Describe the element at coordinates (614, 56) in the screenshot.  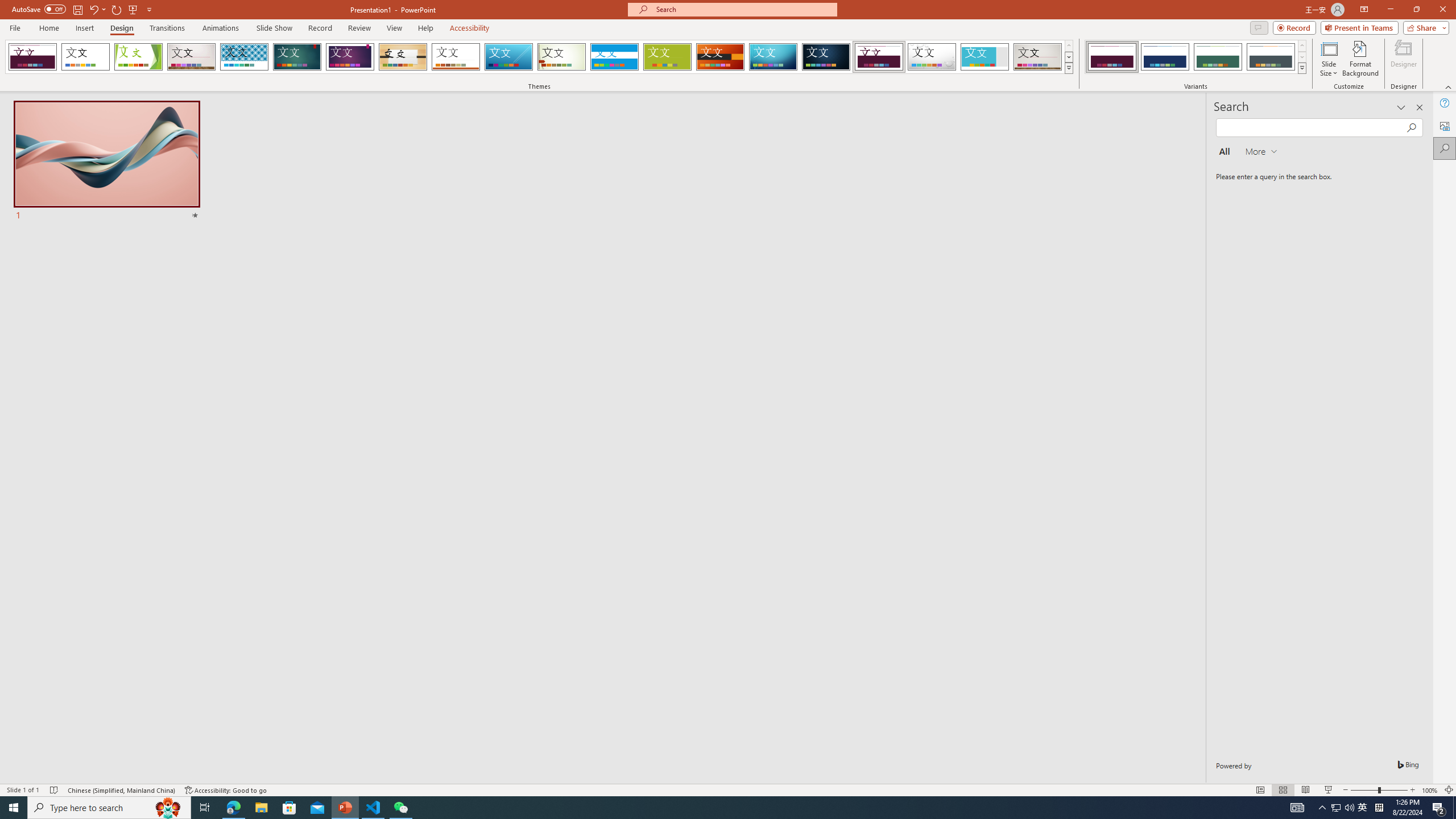
I see `'Banded'` at that location.